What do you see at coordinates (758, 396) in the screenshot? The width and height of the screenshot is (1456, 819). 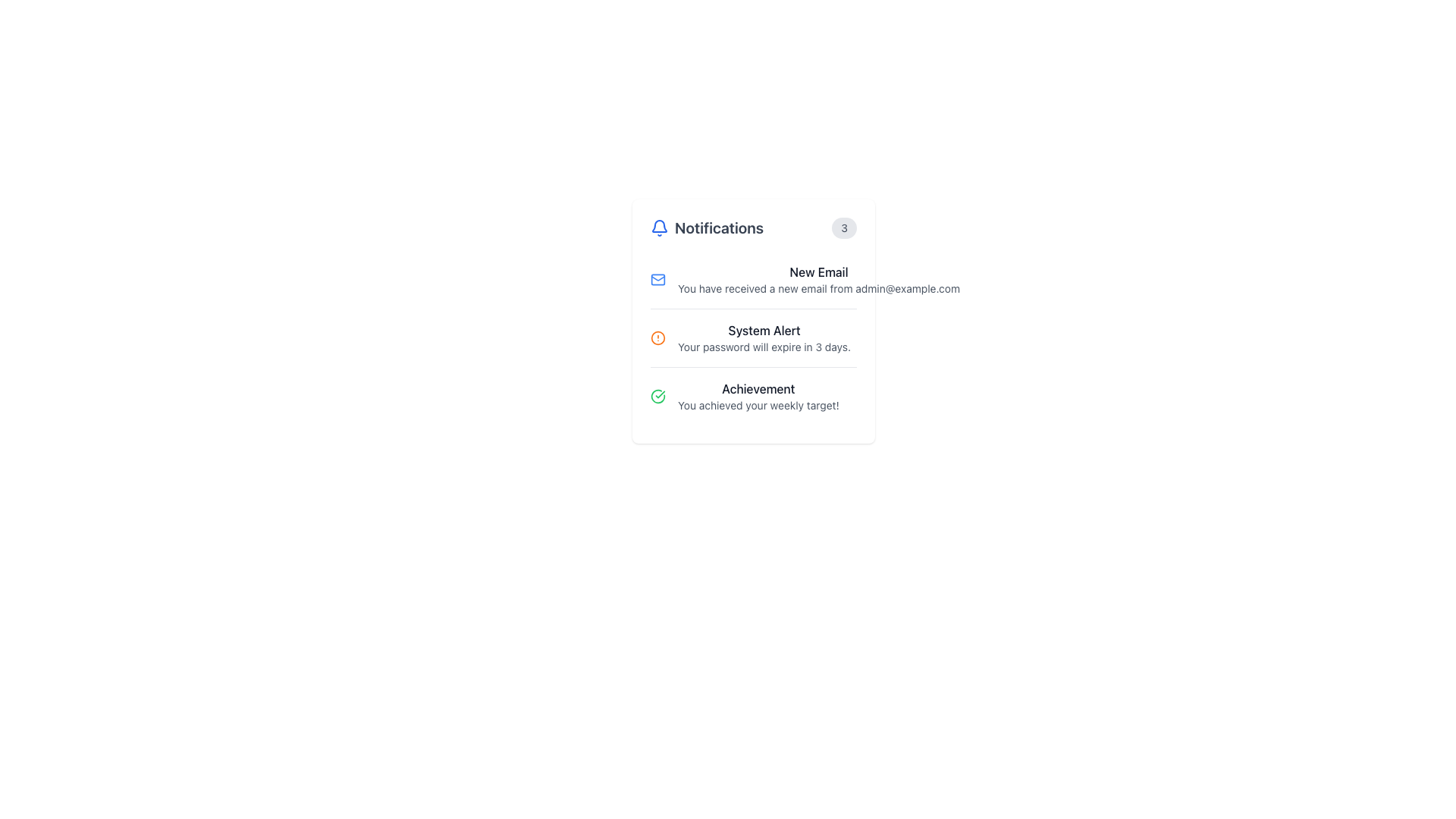 I see `text block containing the heading 'Achievement' and the message 'You achieved your weekly target!' located in the middle right section of the notification panel` at bounding box center [758, 396].